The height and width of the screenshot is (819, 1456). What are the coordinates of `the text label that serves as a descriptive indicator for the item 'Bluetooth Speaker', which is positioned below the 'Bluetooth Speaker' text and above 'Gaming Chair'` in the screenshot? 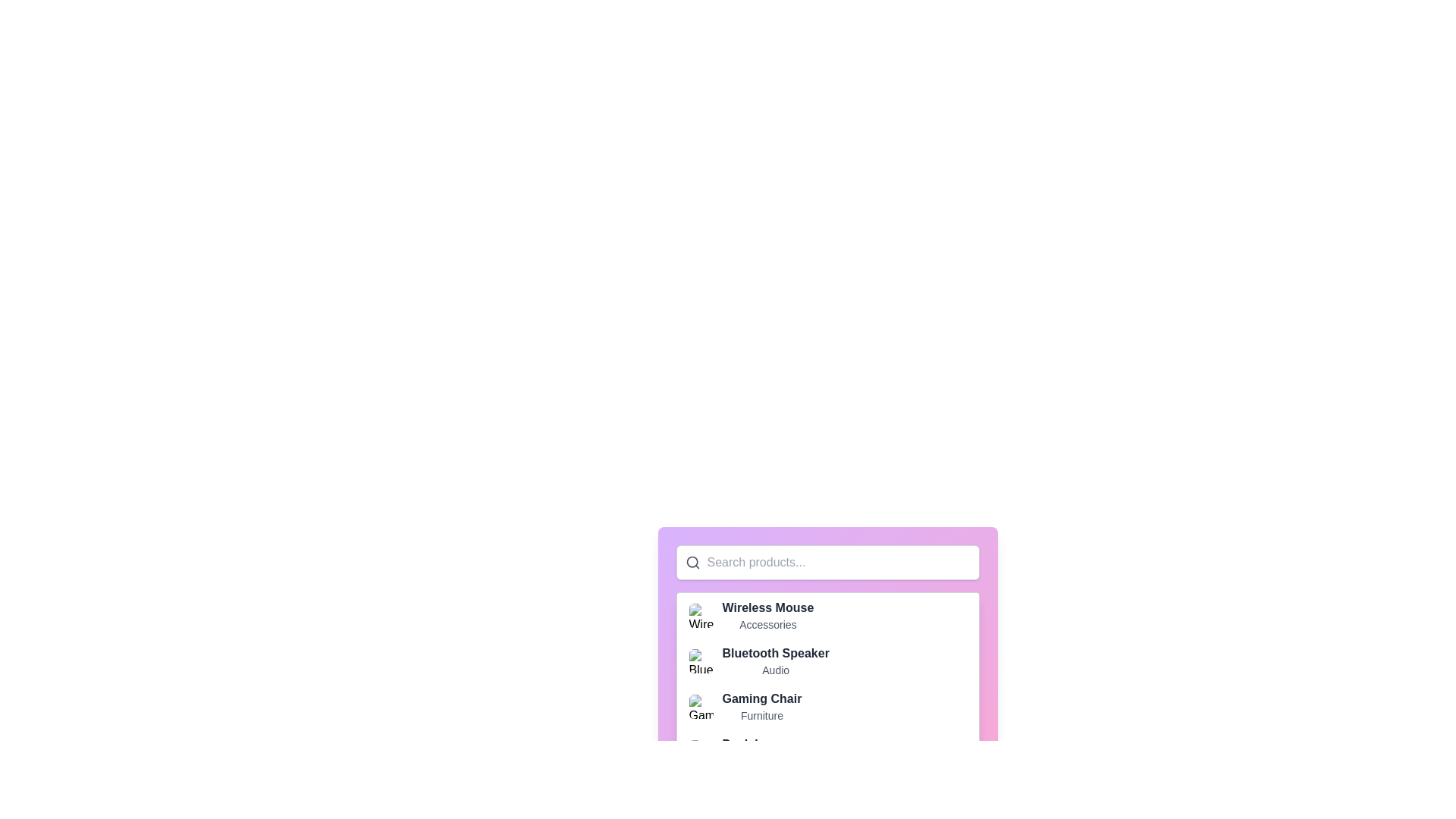 It's located at (776, 669).